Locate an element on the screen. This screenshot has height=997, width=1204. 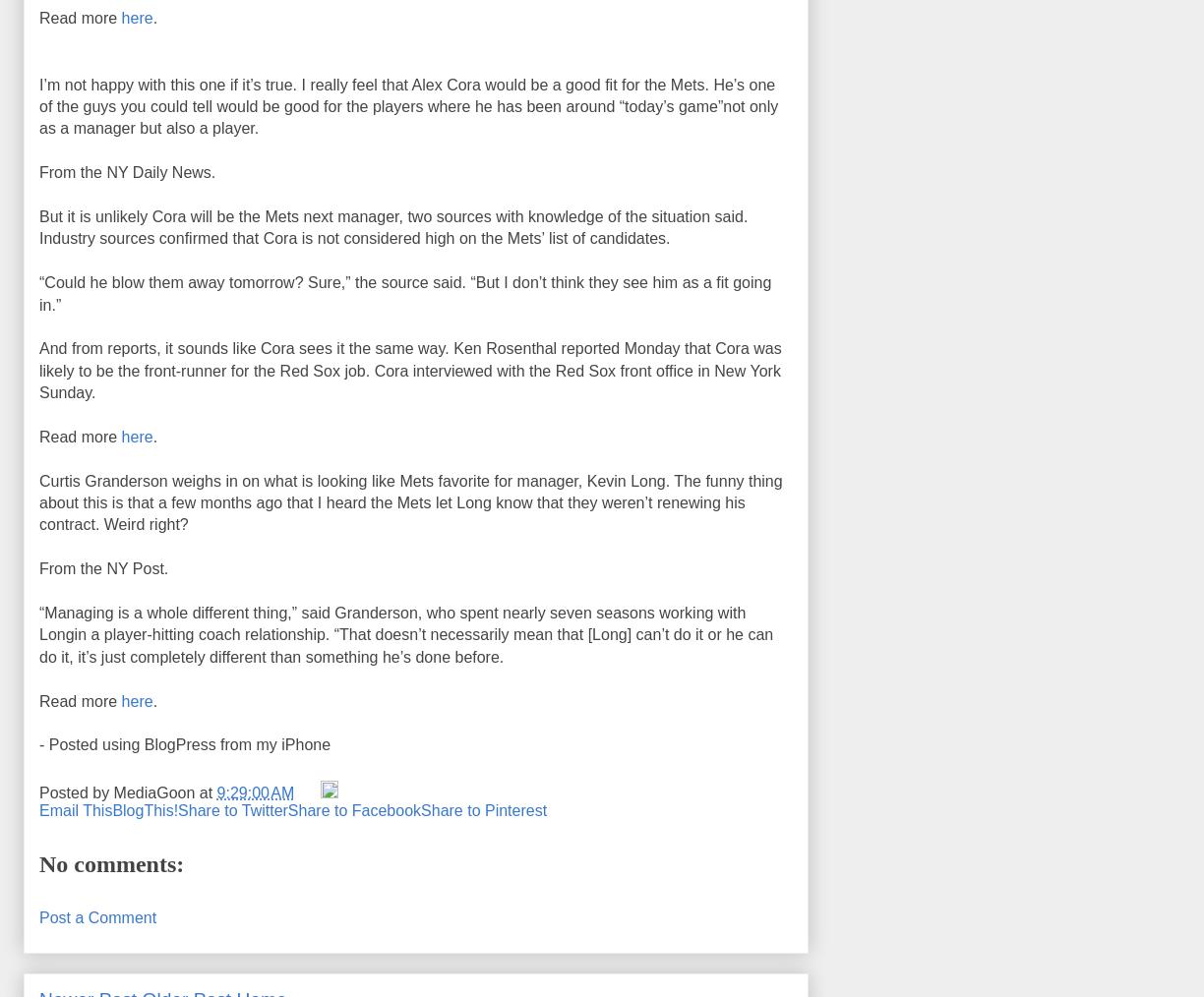
'No comments:' is located at coordinates (110, 862).